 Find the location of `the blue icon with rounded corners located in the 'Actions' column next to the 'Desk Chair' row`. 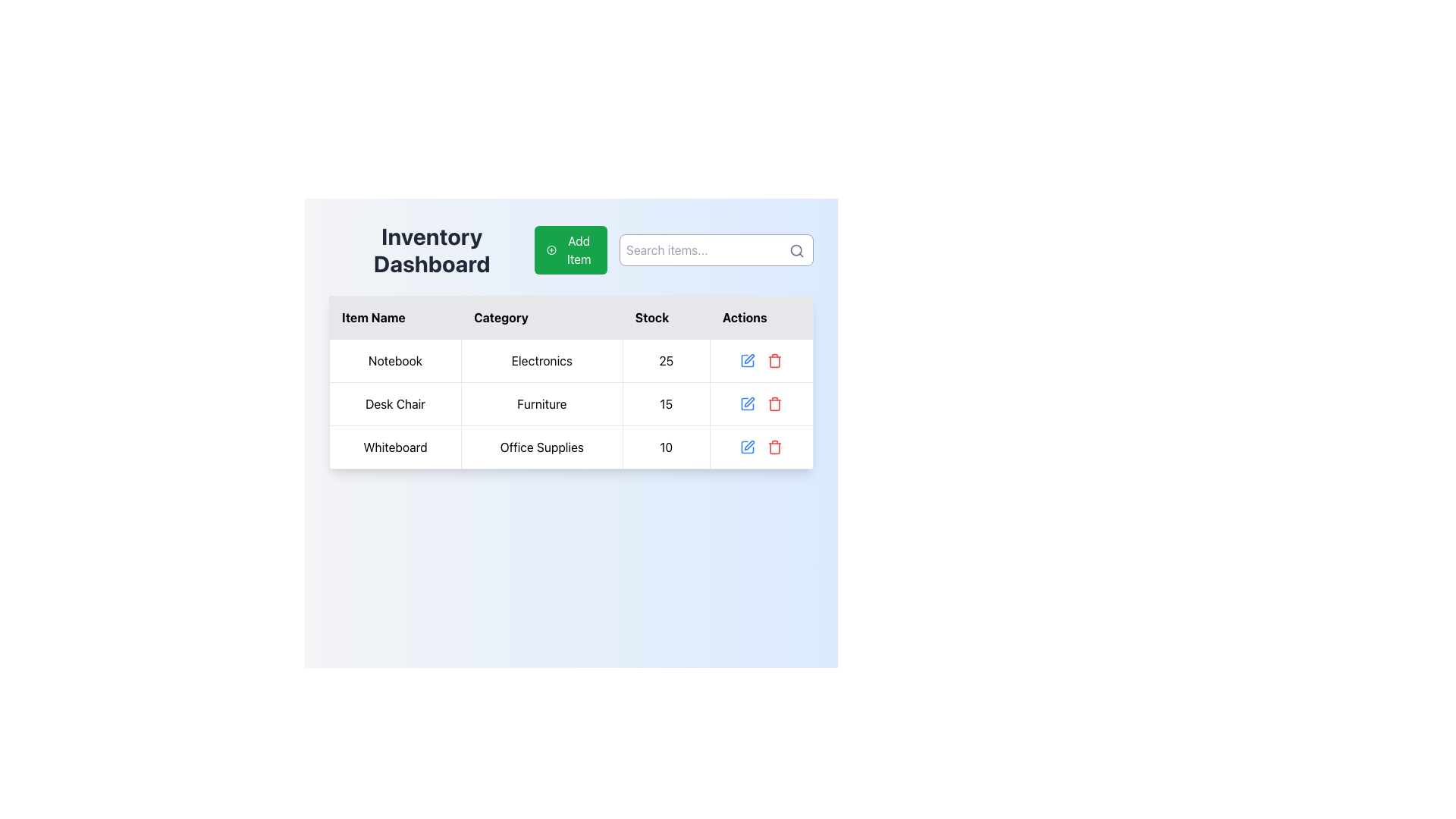

the blue icon with rounded corners located in the 'Actions' column next to the 'Desk Chair' row is located at coordinates (748, 403).